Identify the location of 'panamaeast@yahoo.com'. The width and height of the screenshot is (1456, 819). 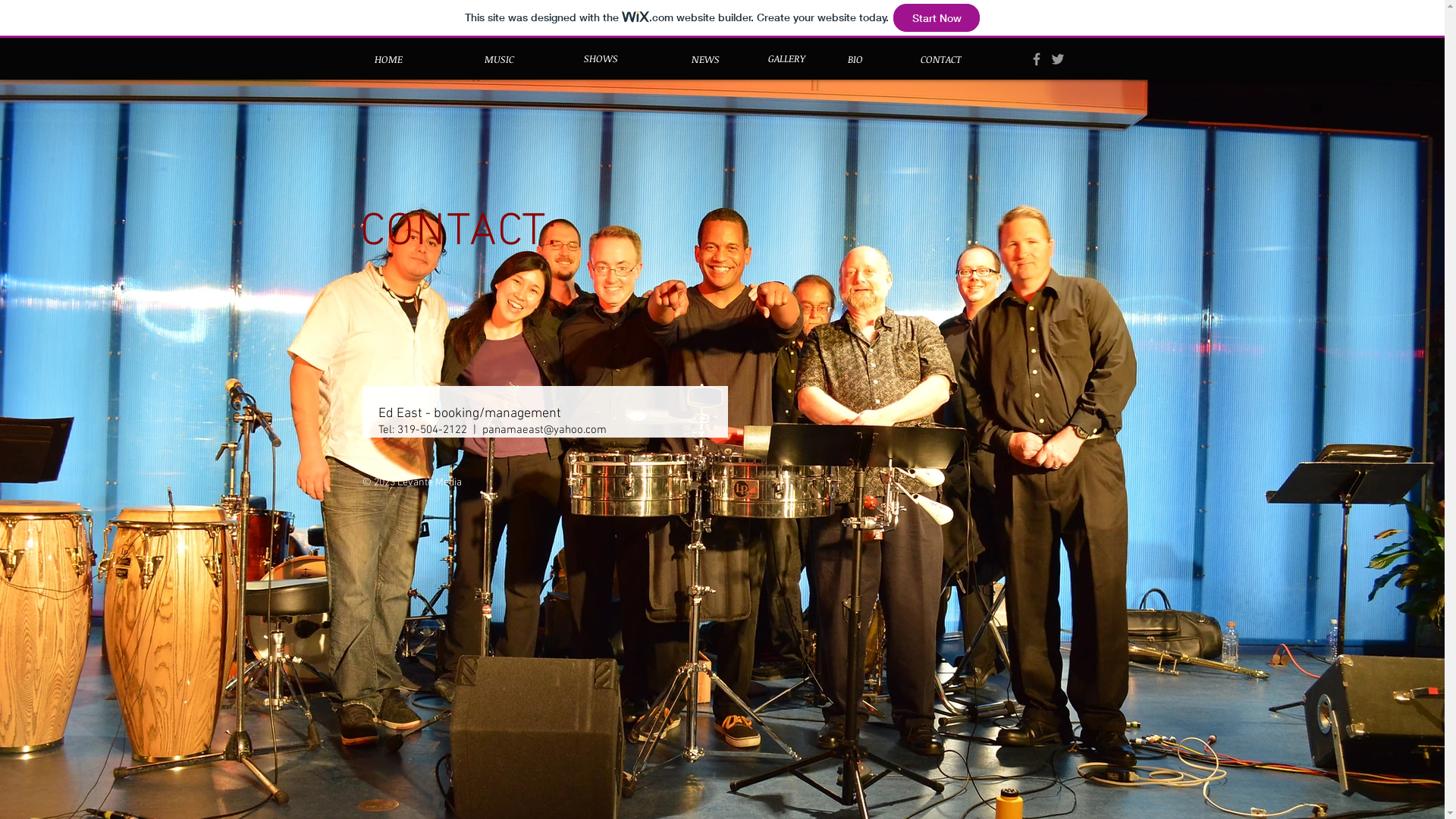
(544, 430).